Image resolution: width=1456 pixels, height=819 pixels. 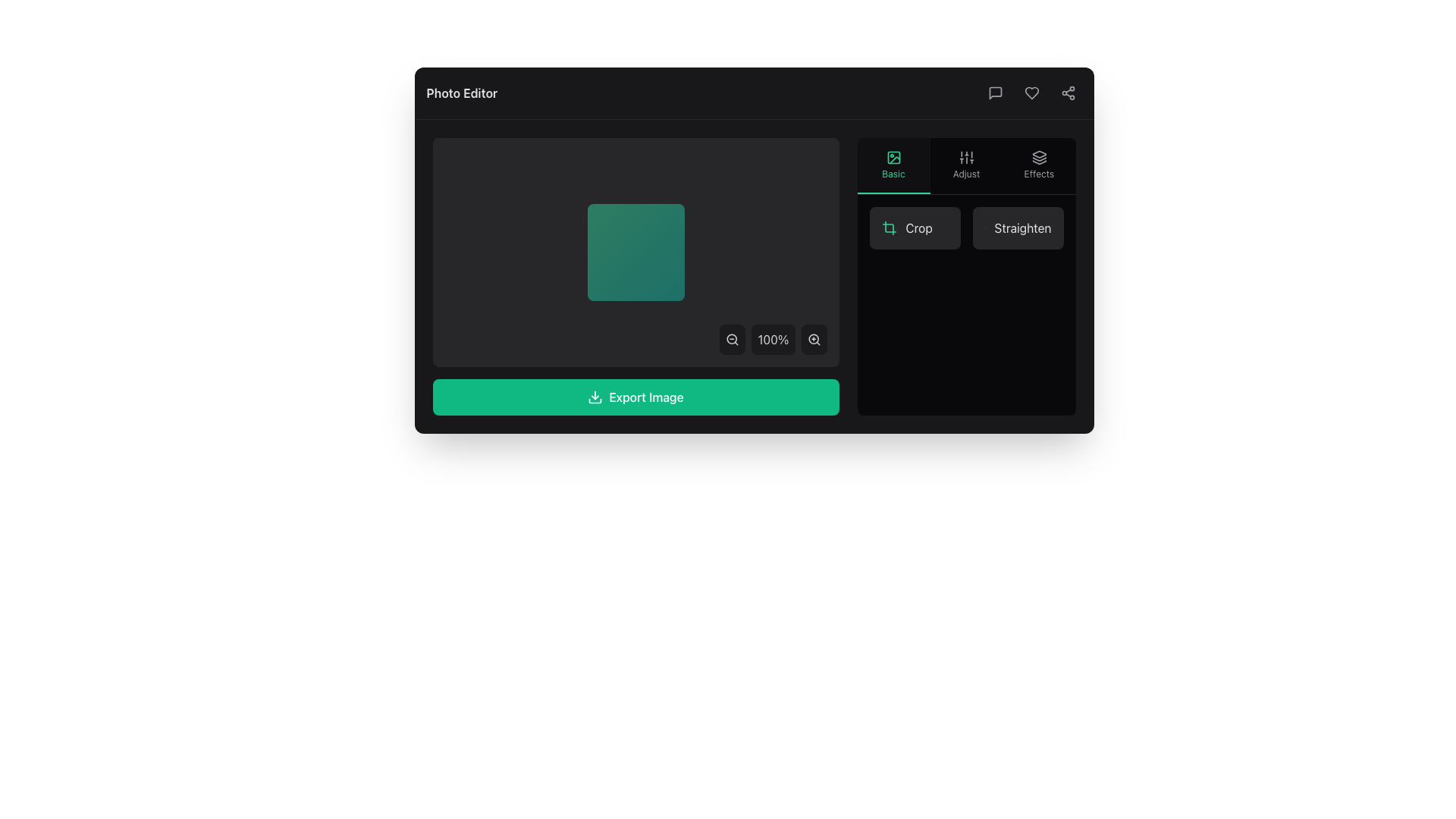 What do you see at coordinates (965, 166) in the screenshot?
I see `the 'Adjust' tab featuring an icon of three vertical sliders` at bounding box center [965, 166].